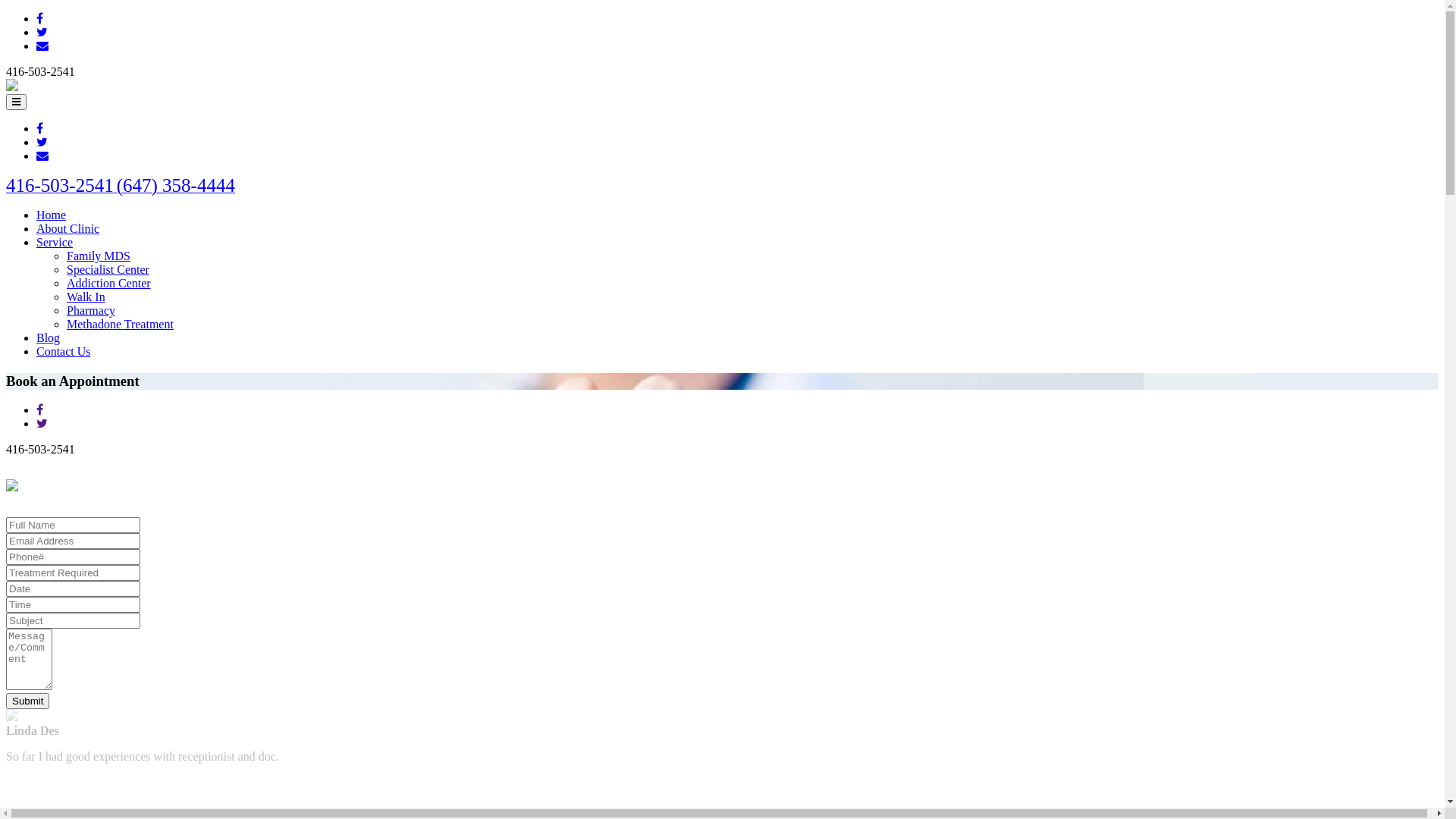 The width and height of the screenshot is (1456, 819). Describe the element at coordinates (85, 297) in the screenshot. I see `'Walk In'` at that location.